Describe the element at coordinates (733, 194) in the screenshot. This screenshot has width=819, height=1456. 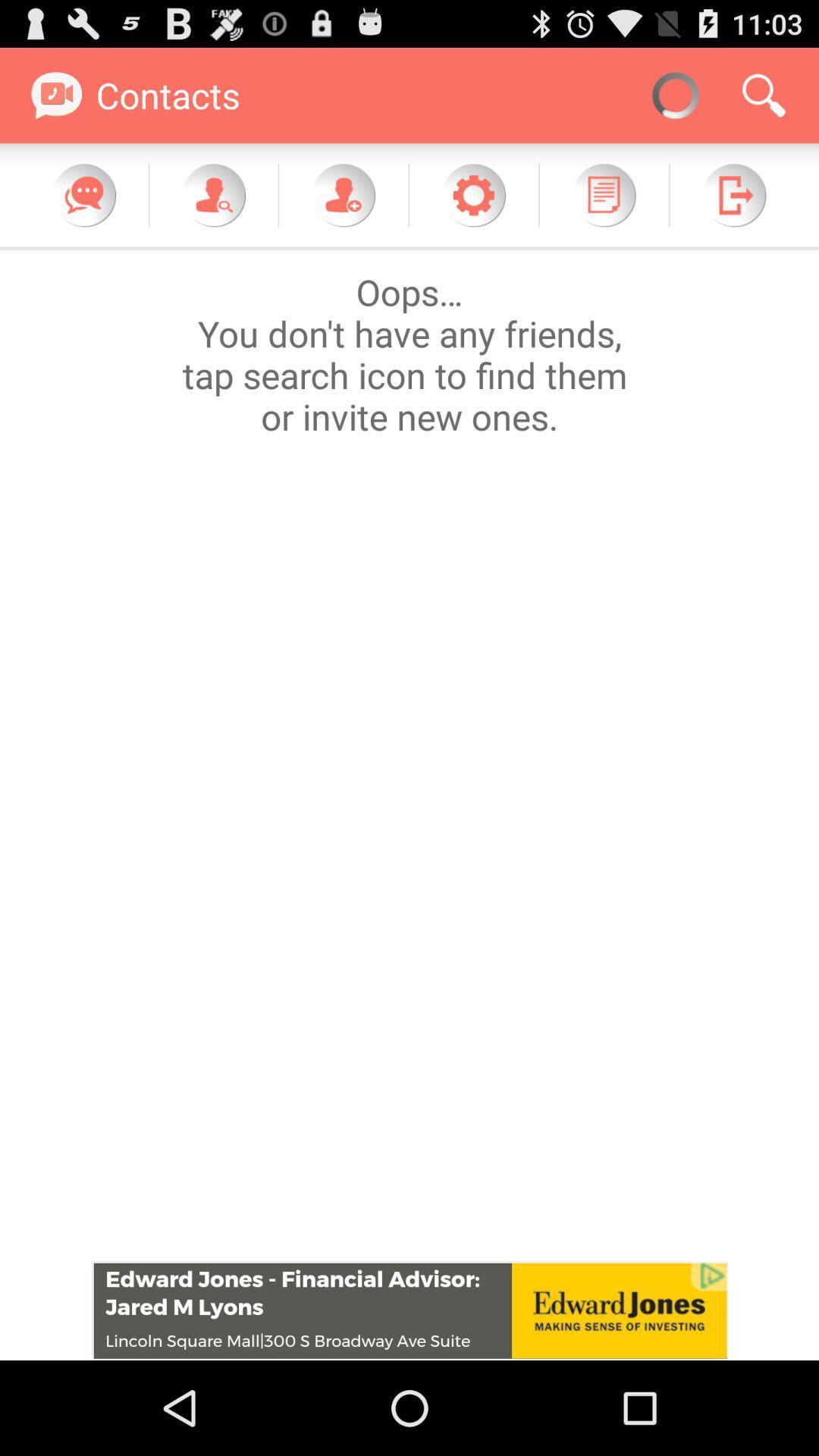
I see `next page` at that location.